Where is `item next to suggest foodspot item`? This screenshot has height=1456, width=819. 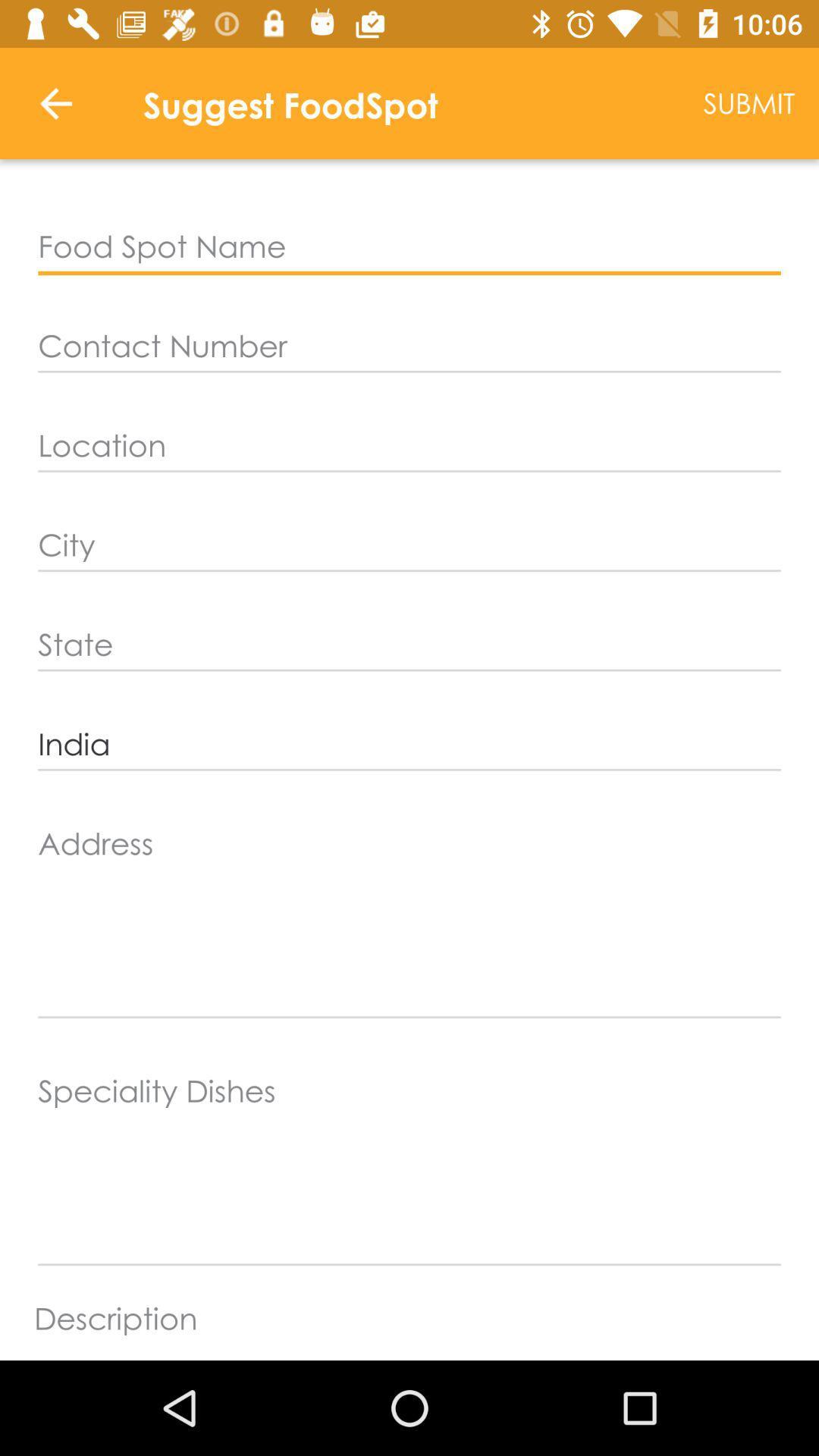 item next to suggest foodspot item is located at coordinates (748, 102).